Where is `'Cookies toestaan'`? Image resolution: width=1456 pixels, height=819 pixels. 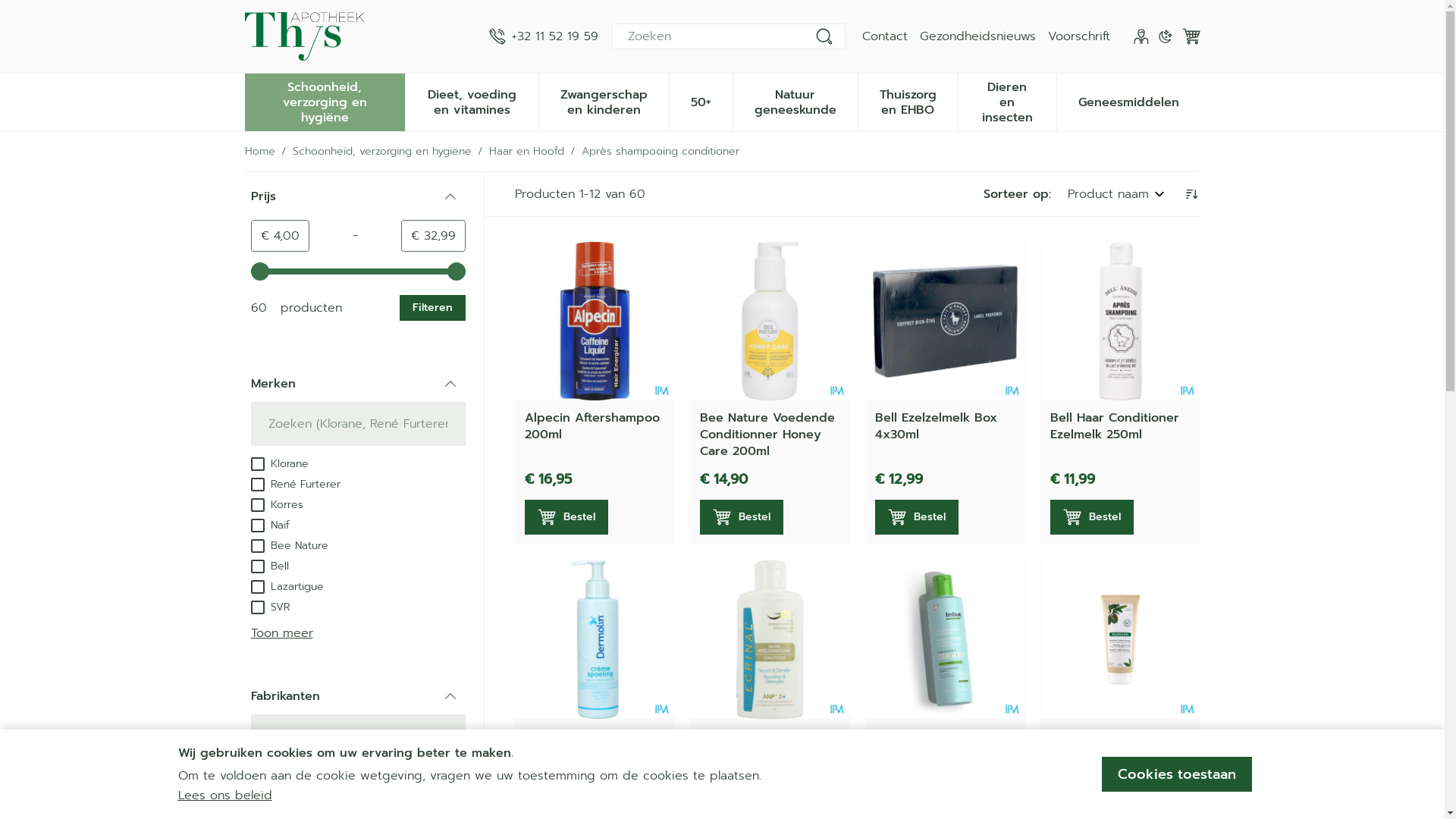 'Cookies toestaan' is located at coordinates (1175, 774).